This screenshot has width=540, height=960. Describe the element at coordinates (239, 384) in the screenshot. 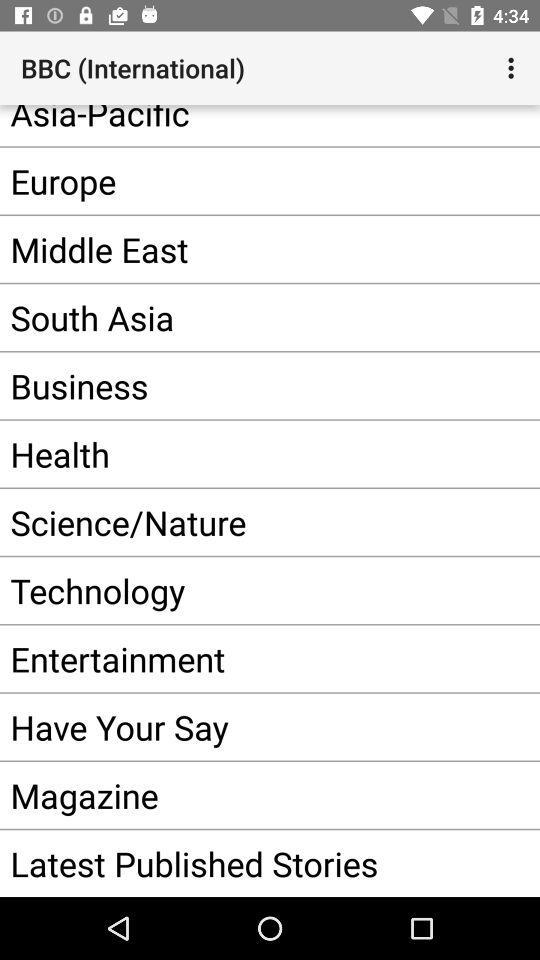

I see `business` at that location.